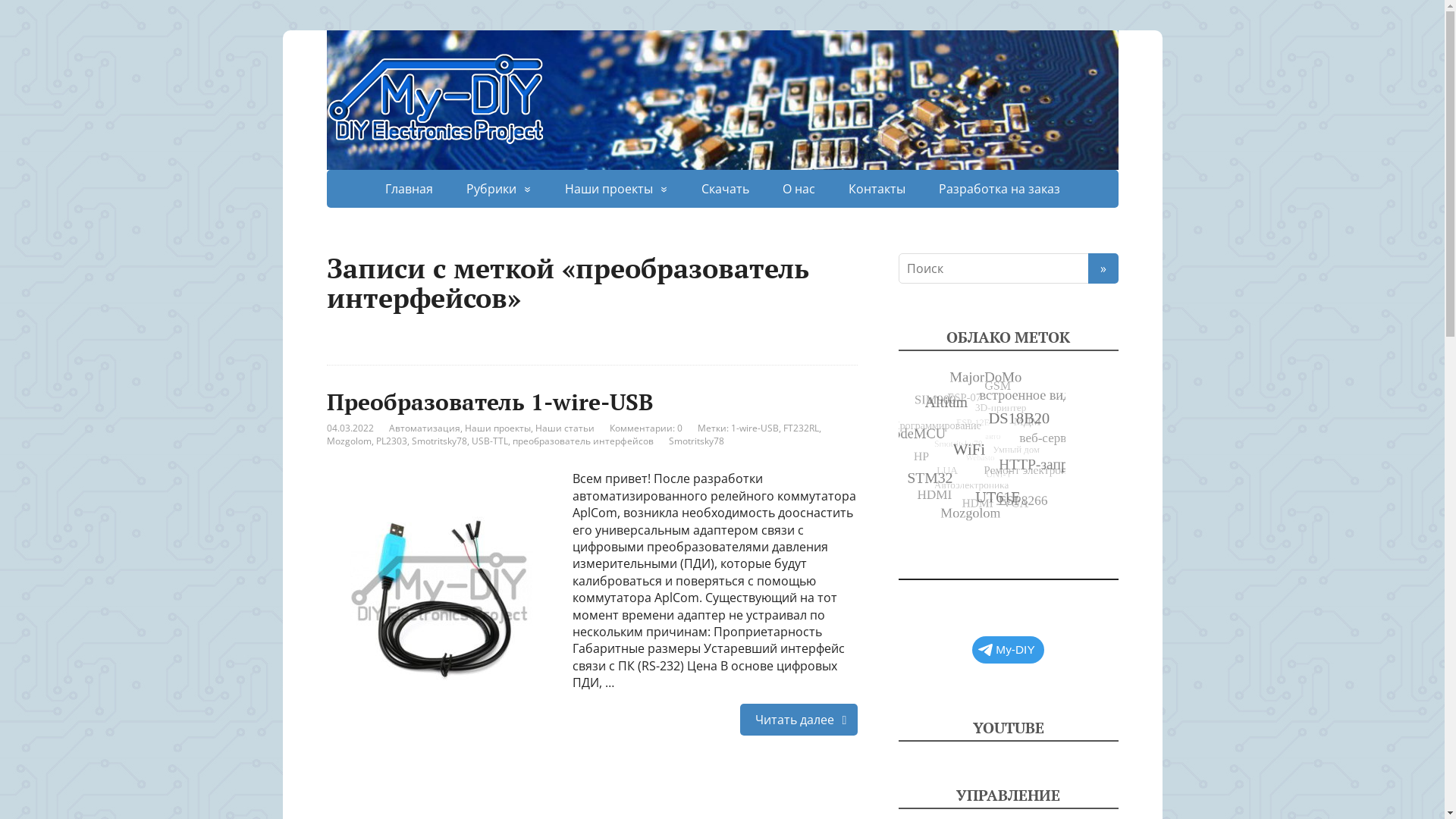  What do you see at coordinates (347, 441) in the screenshot?
I see `'Mozgolom'` at bounding box center [347, 441].